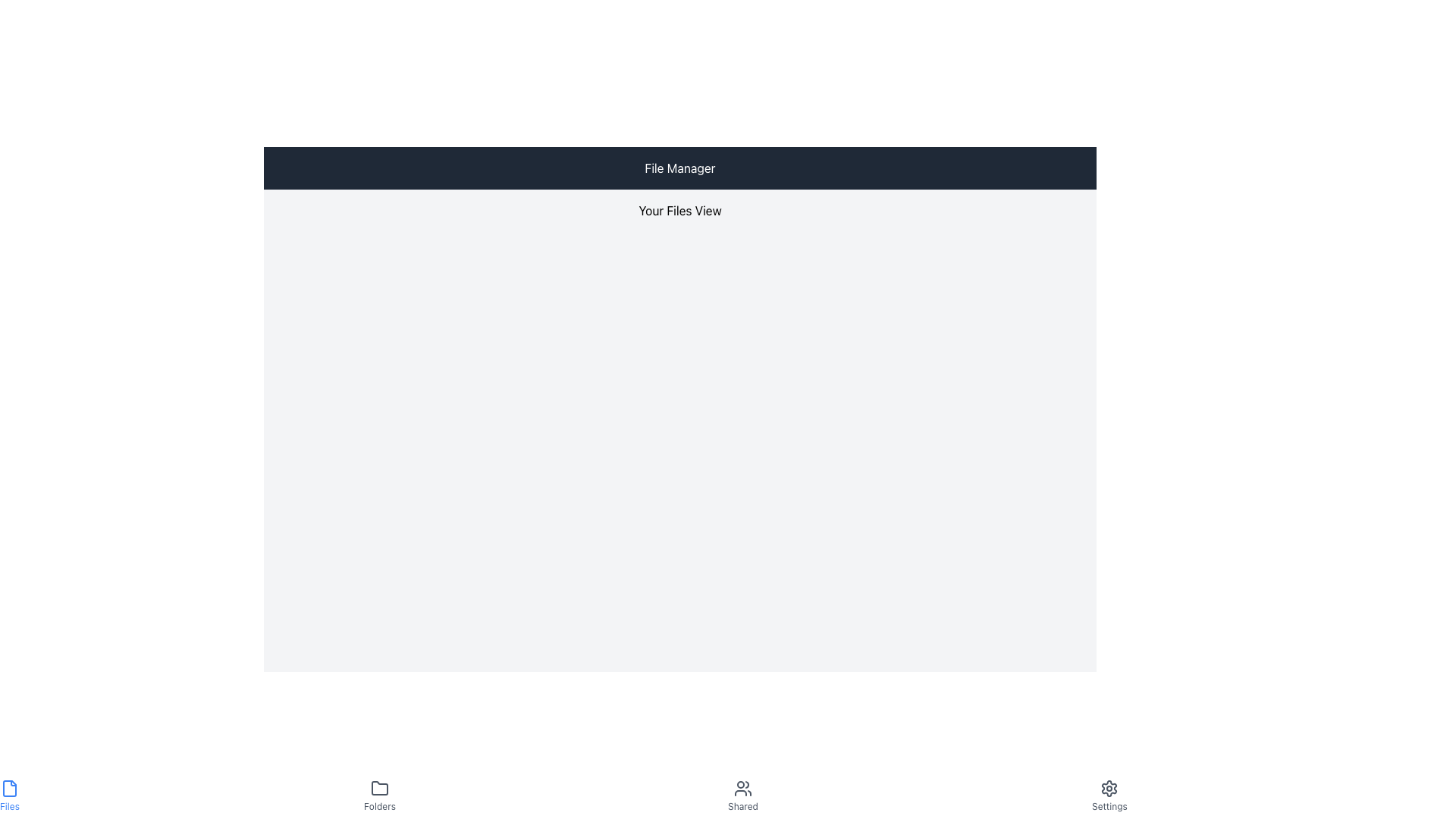 The image size is (1456, 819). I want to click on the small dark gray folder icon located in the bottom navigation bar, which is positioned above the text label 'Folders', so click(379, 788).